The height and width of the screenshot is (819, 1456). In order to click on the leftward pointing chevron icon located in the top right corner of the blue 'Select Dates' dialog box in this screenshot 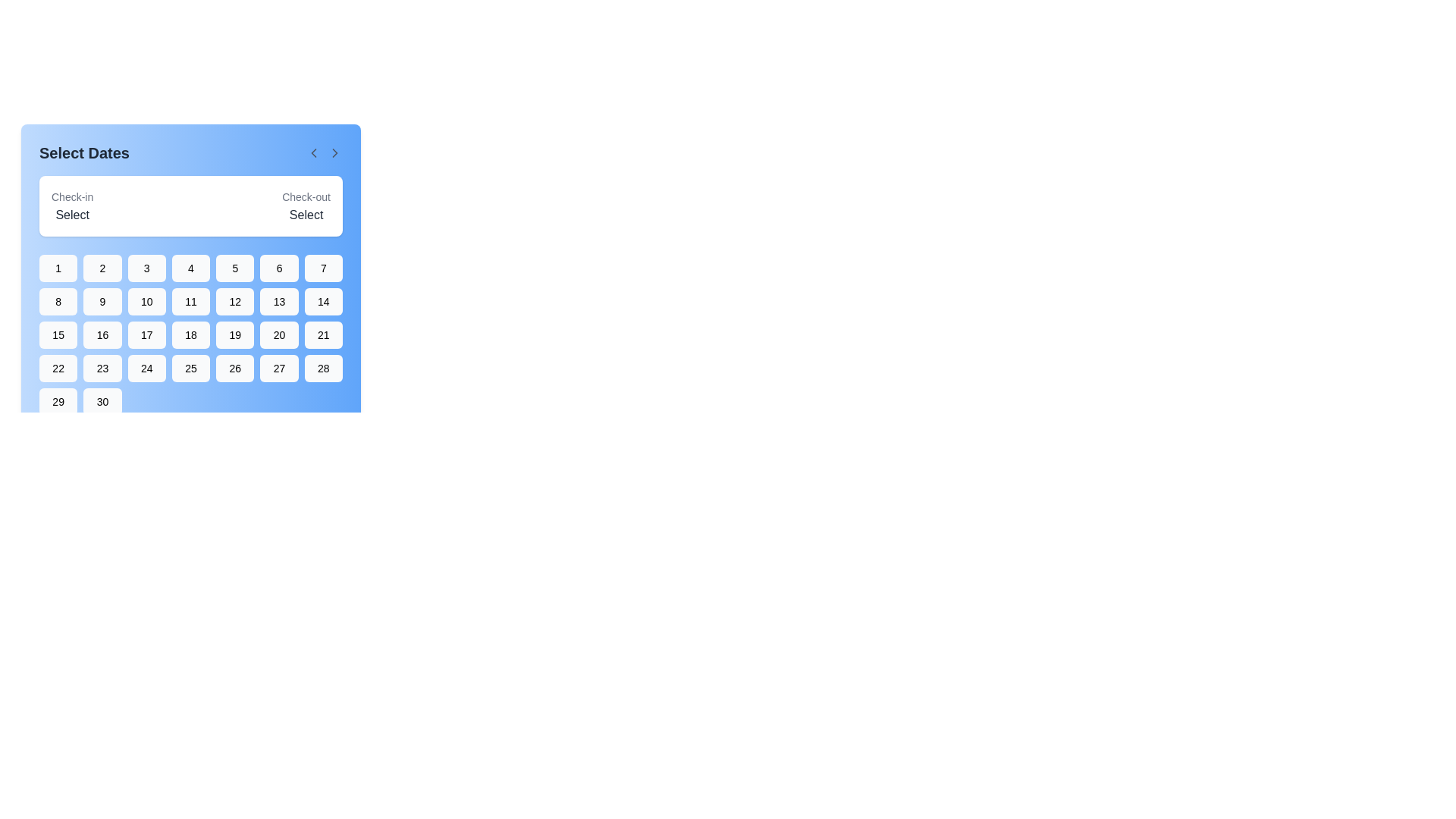, I will do `click(312, 152)`.